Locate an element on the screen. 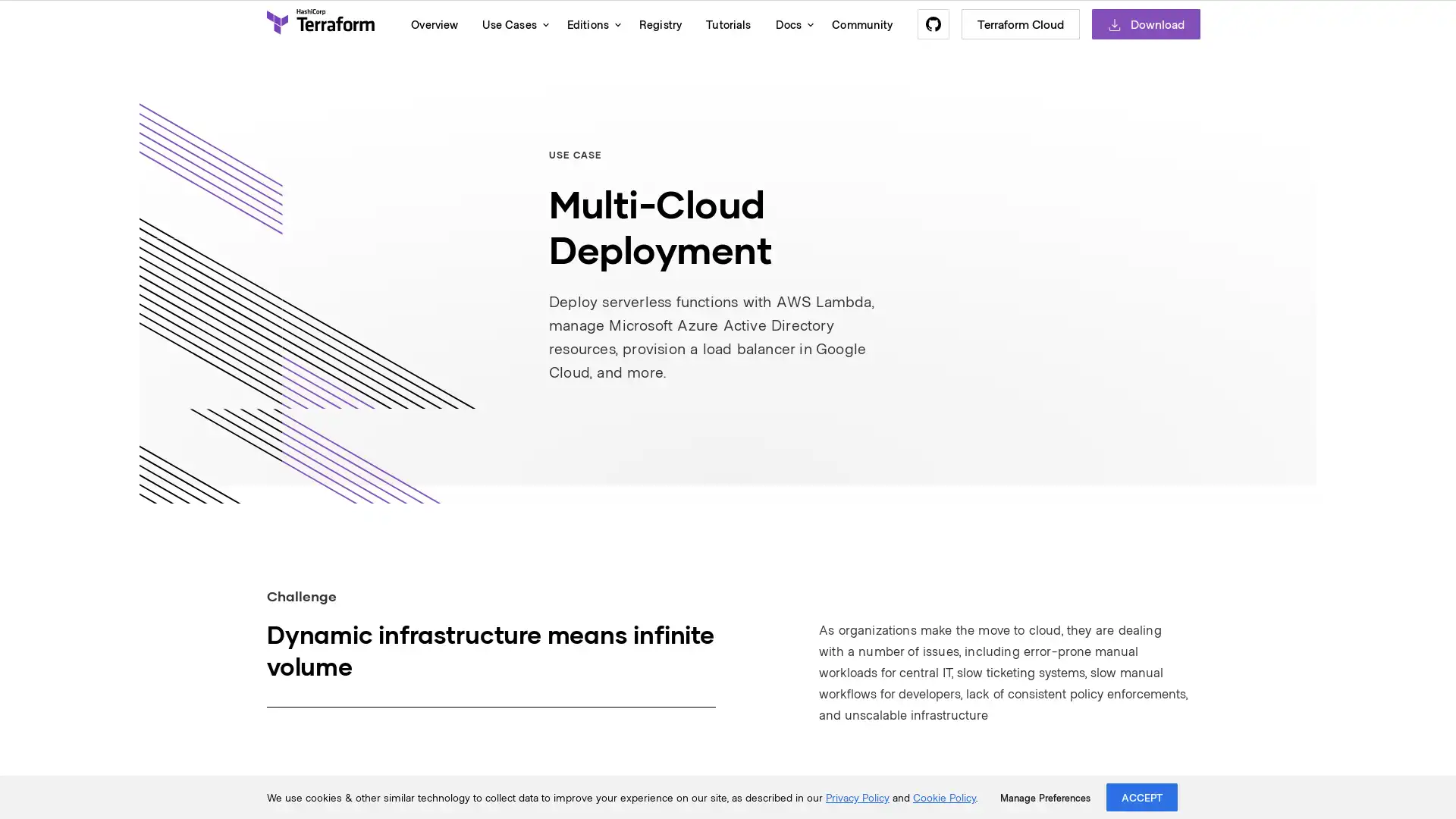  Manage Preferences is located at coordinates (1044, 797).